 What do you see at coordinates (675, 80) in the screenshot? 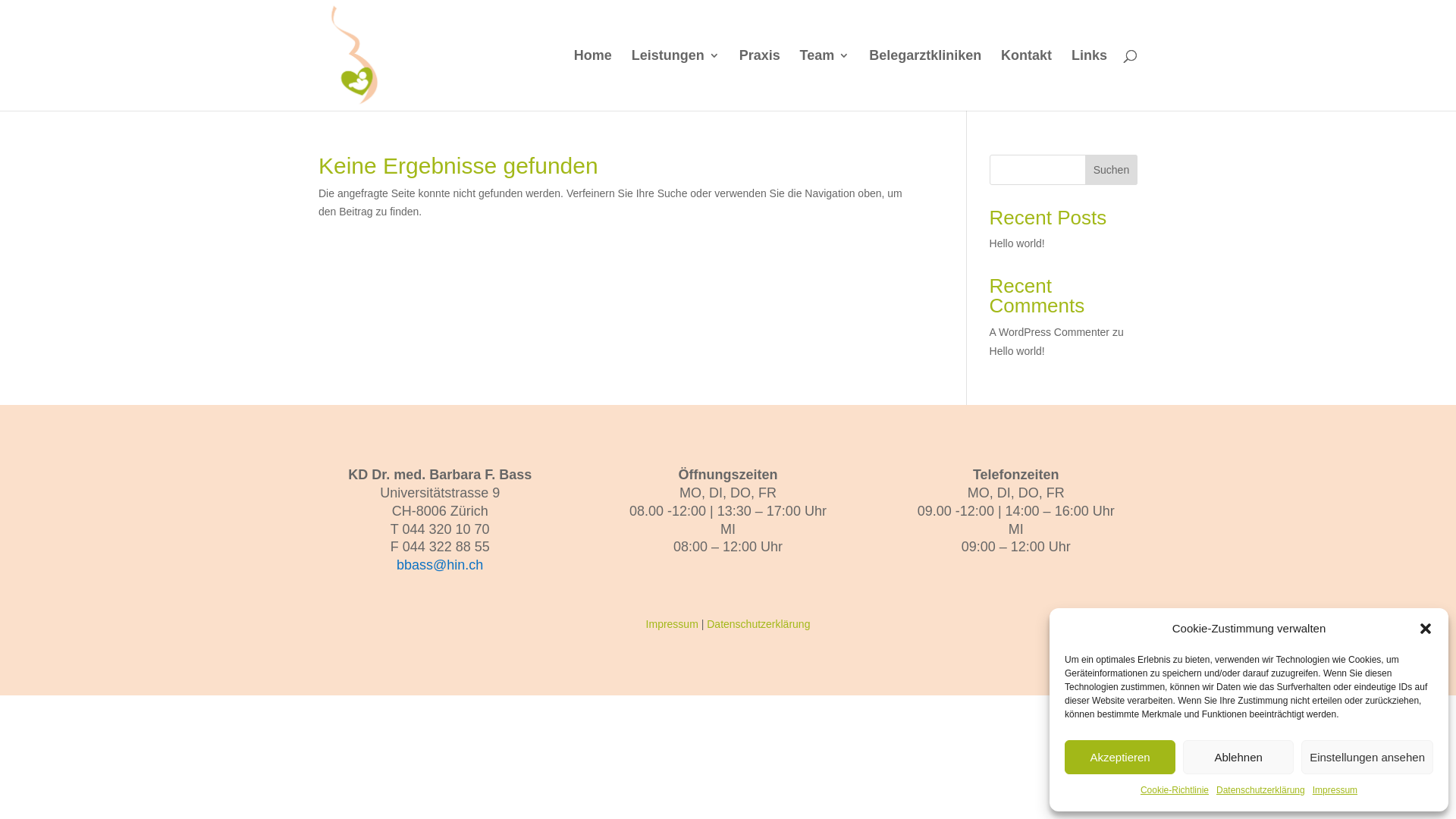
I see `'Leistungen'` at bounding box center [675, 80].